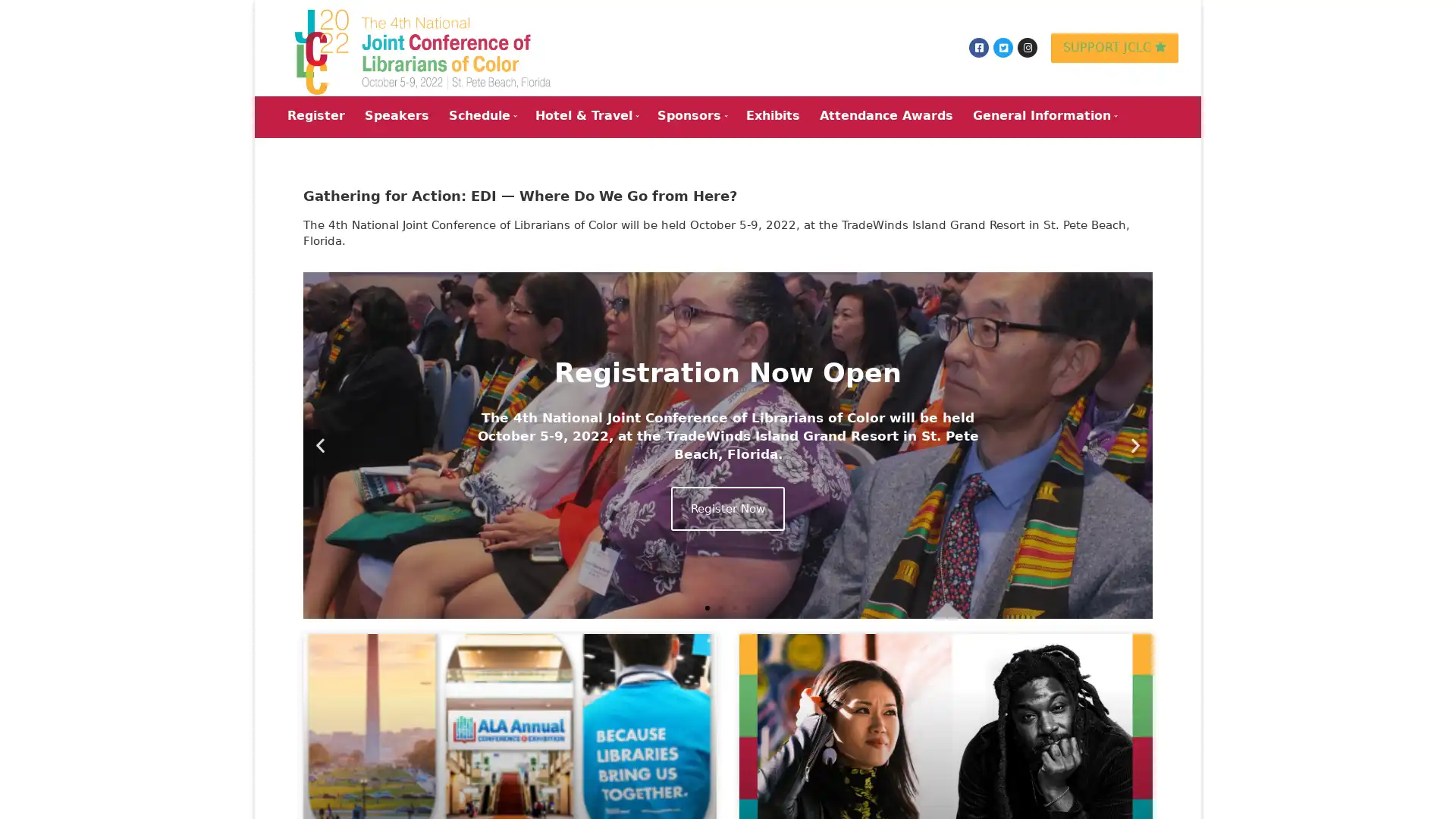 This screenshot has height=819, width=1456. Describe the element at coordinates (1135, 444) in the screenshot. I see `Next slide` at that location.